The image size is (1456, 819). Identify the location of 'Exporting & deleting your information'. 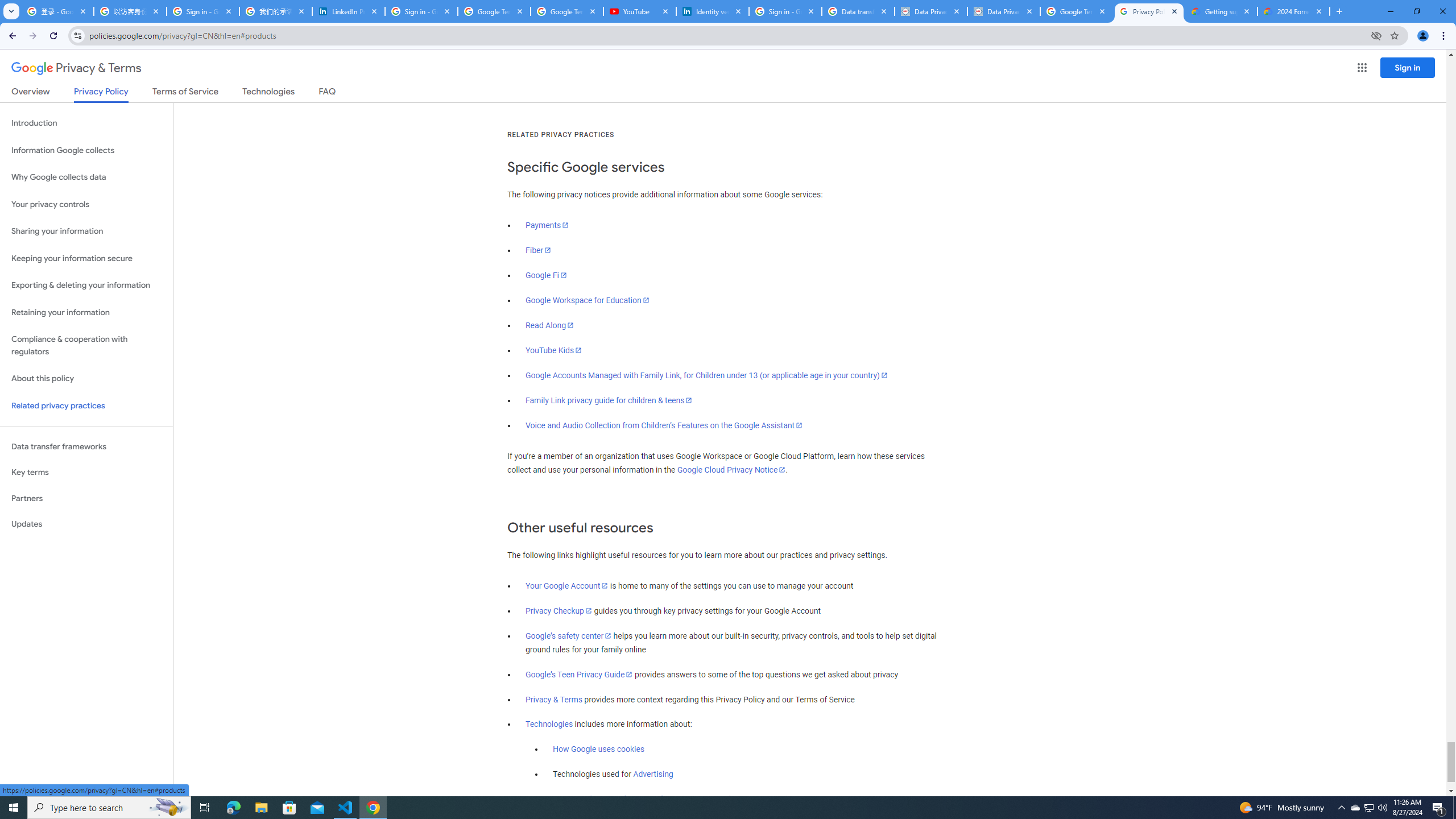
(86, 285).